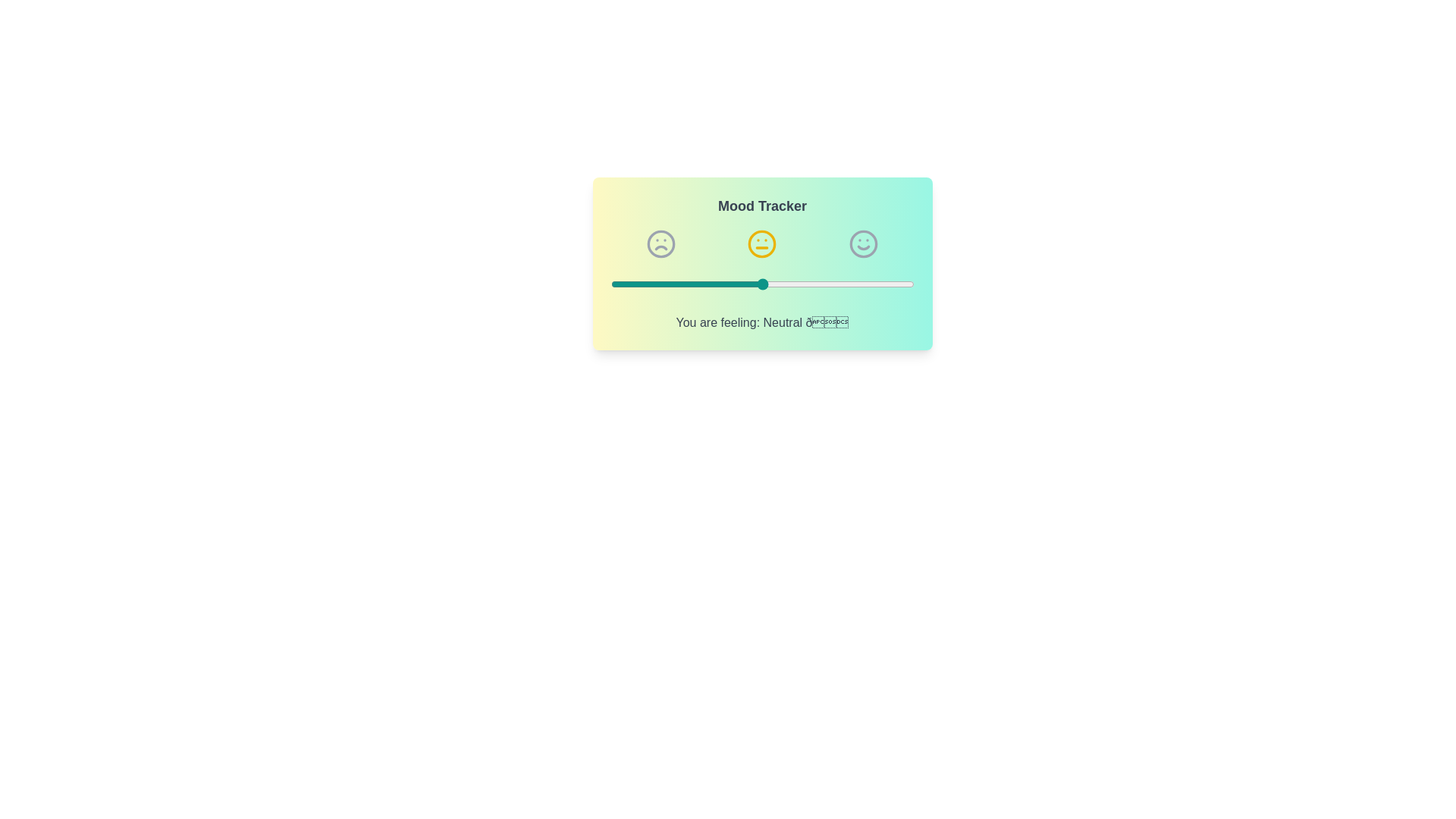 The image size is (1456, 819). I want to click on the mood slider to 1 (1 for Sad, 2 for Neutral, 3 for Happy), so click(610, 284).